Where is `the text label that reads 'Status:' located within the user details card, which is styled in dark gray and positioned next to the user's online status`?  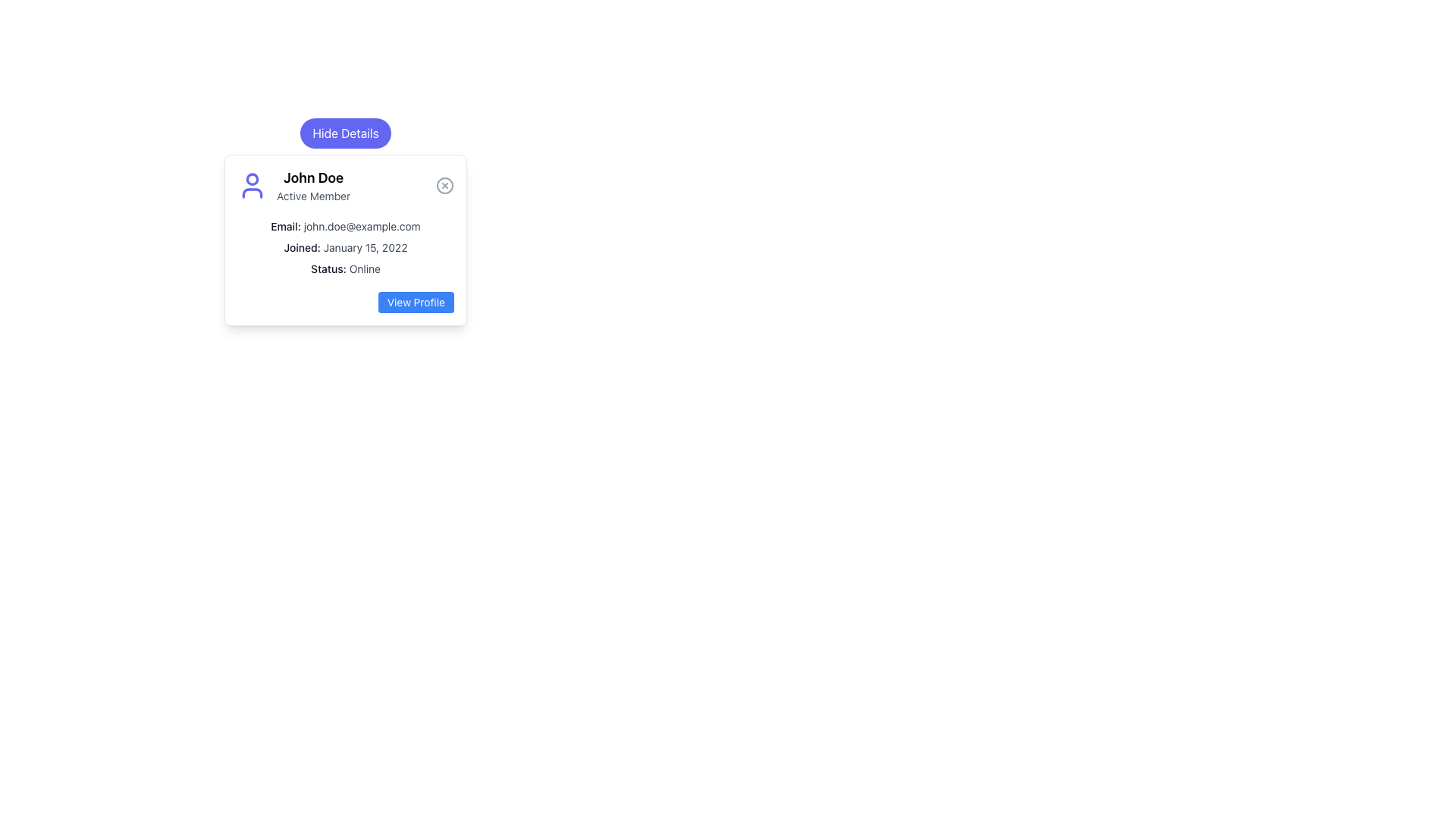 the text label that reads 'Status:' located within the user details card, which is styled in dark gray and positioned next to the user's online status is located at coordinates (328, 268).